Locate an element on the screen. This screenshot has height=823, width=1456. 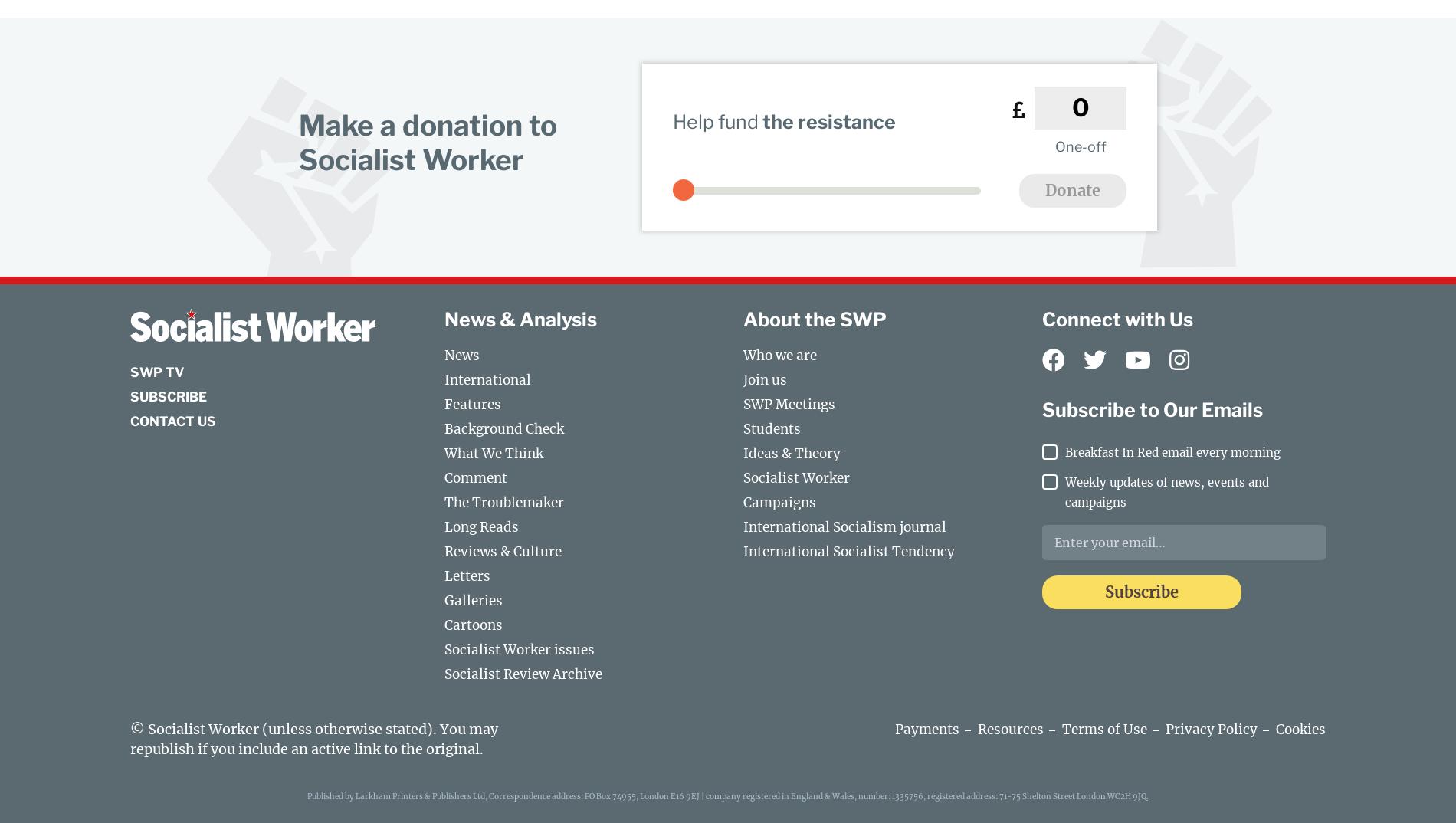
'SWP Meetings' is located at coordinates (789, 404).